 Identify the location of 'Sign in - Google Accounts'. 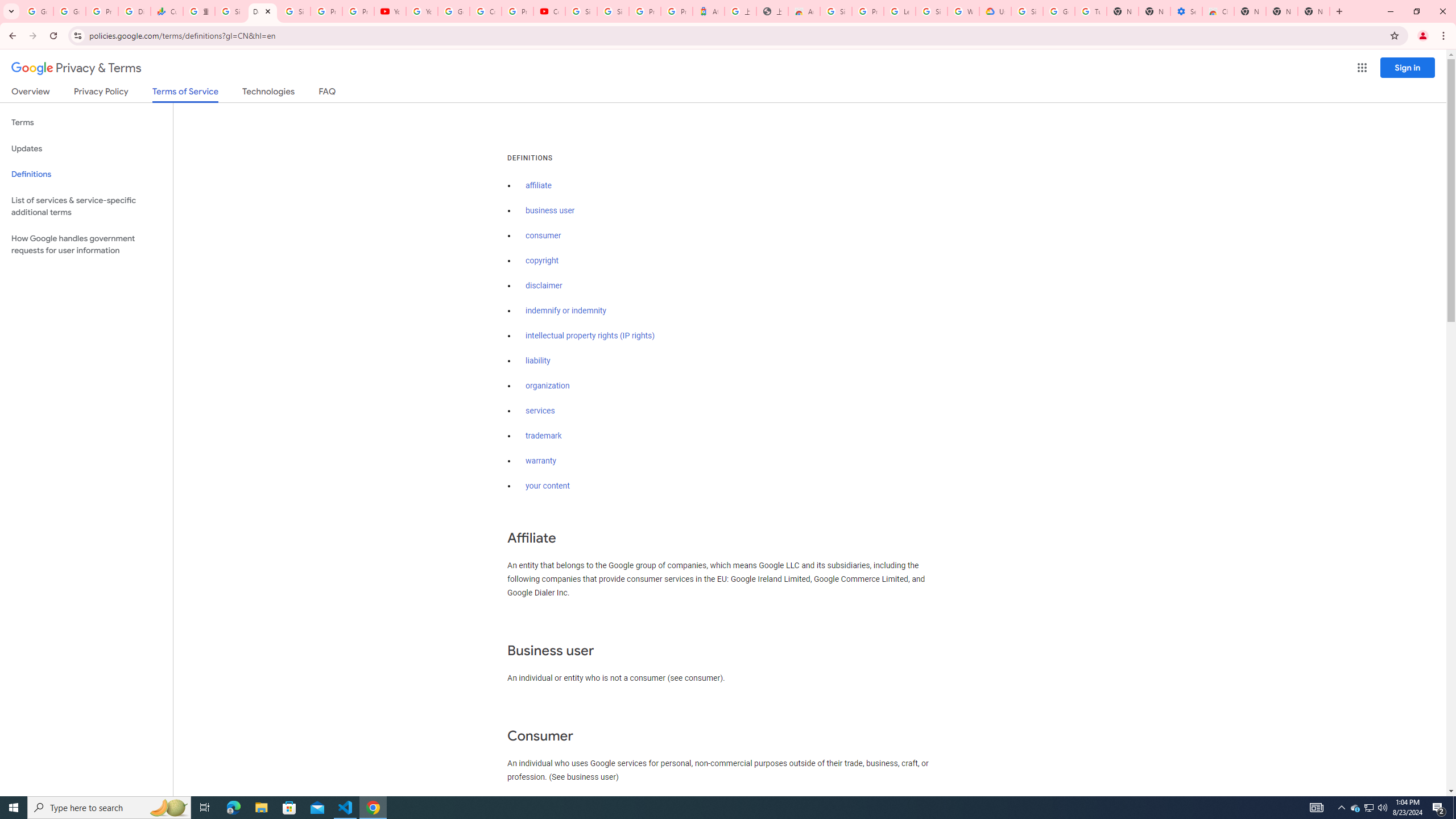
(294, 11).